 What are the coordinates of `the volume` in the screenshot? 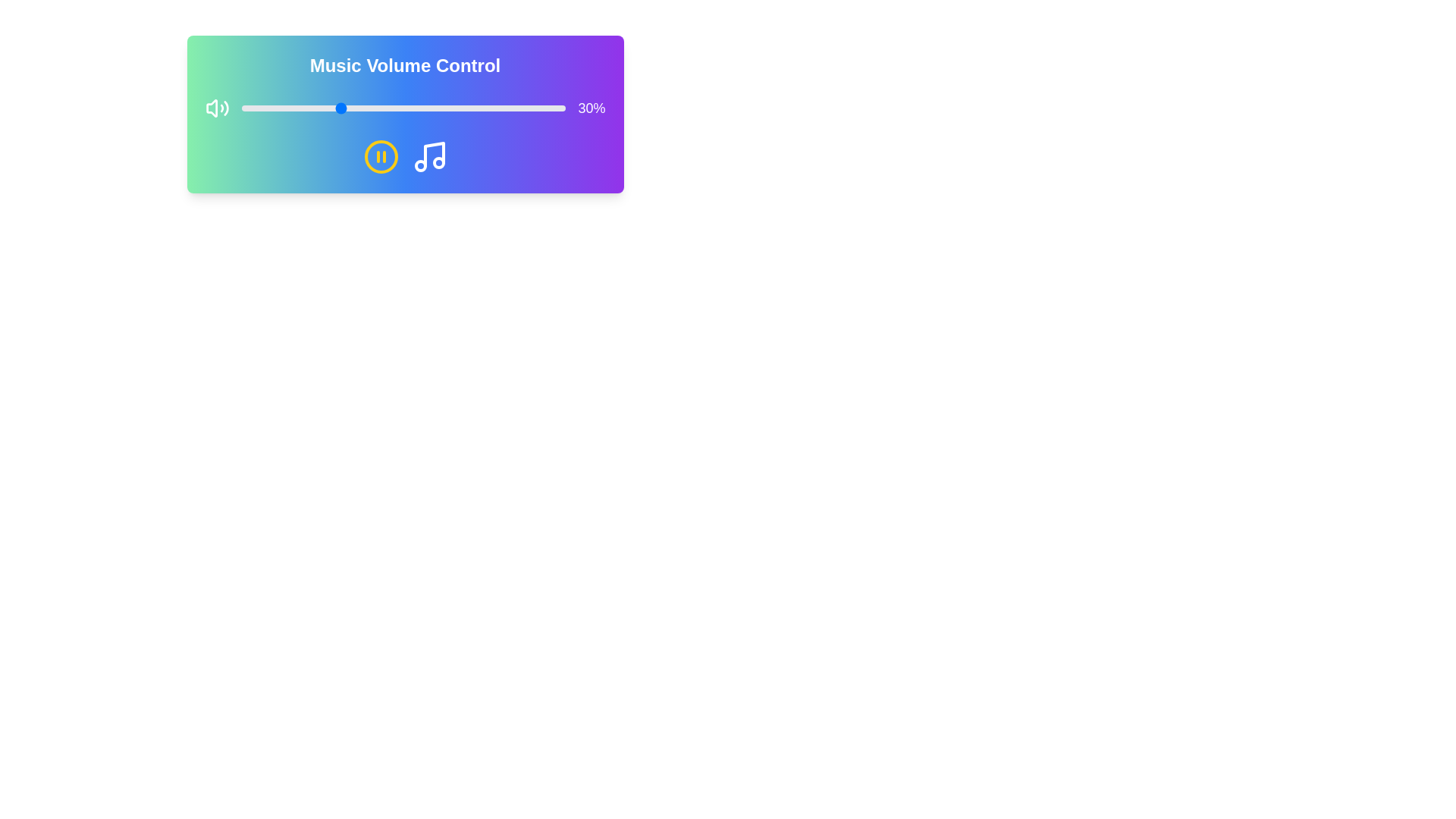 It's located at (368, 107).